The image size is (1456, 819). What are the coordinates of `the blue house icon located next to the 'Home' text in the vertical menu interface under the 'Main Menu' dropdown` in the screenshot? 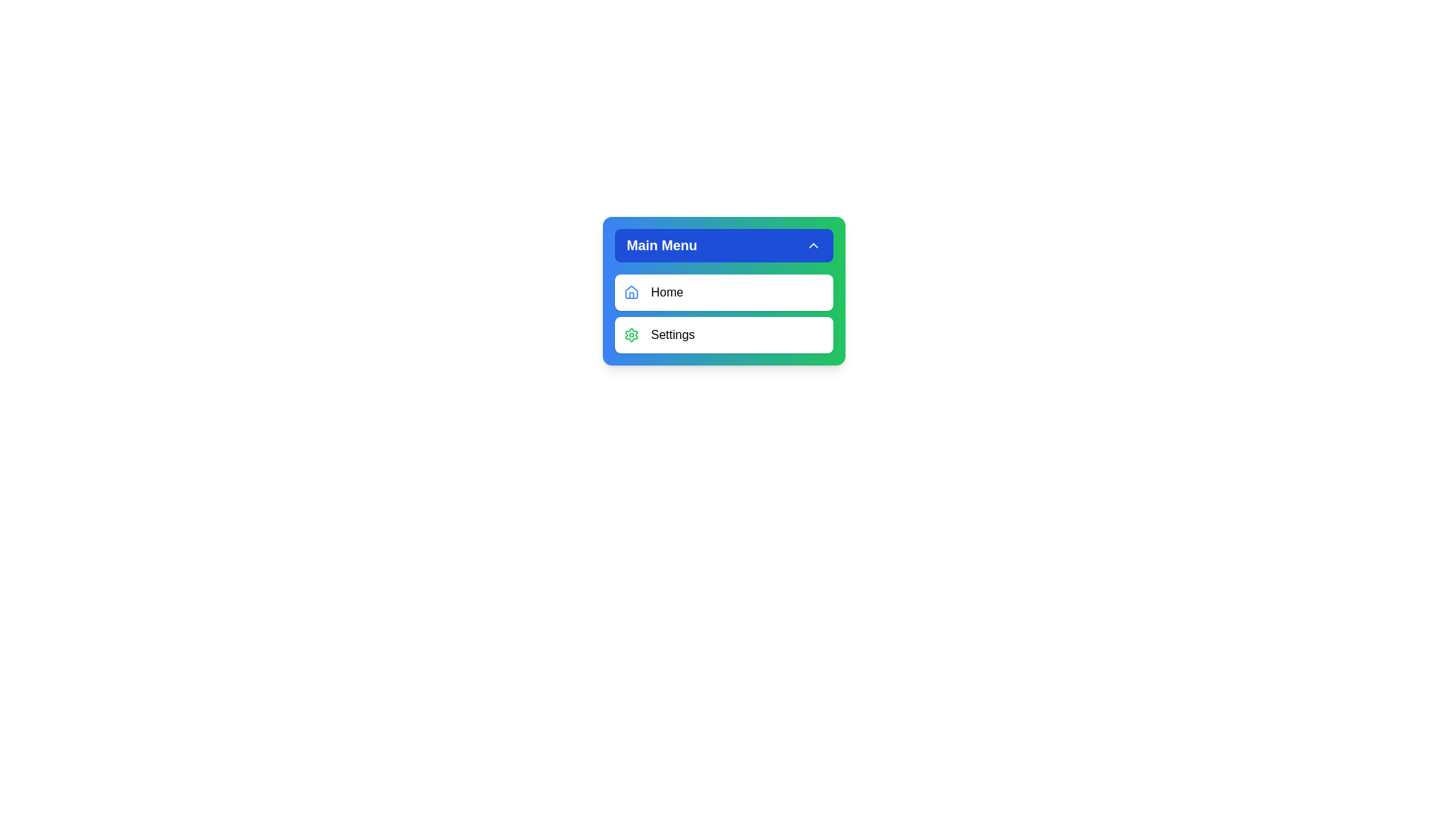 It's located at (631, 292).